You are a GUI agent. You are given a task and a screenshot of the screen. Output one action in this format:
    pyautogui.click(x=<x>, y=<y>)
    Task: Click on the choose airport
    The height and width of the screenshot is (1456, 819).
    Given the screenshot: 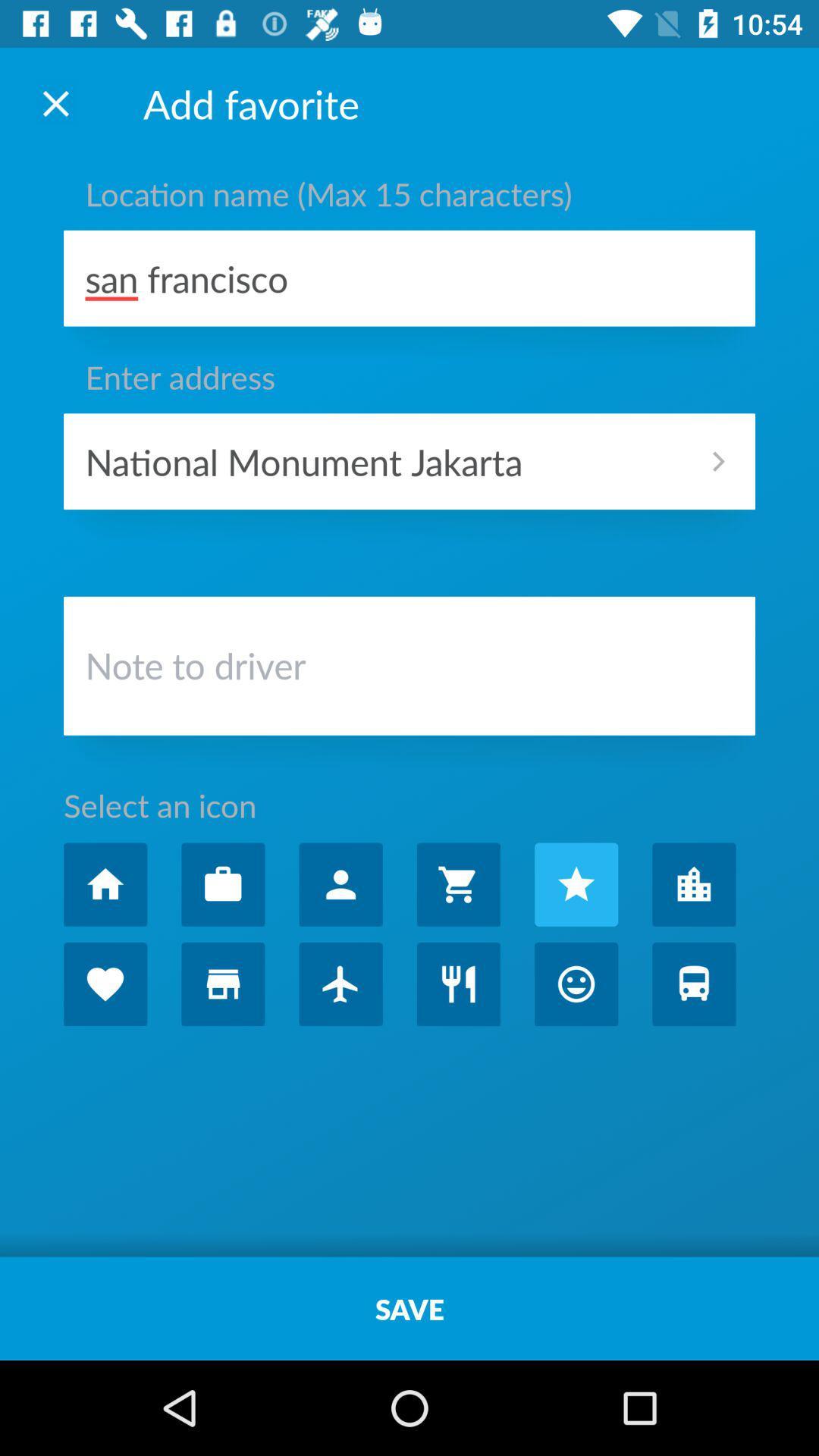 What is the action you would take?
    pyautogui.click(x=340, y=984)
    